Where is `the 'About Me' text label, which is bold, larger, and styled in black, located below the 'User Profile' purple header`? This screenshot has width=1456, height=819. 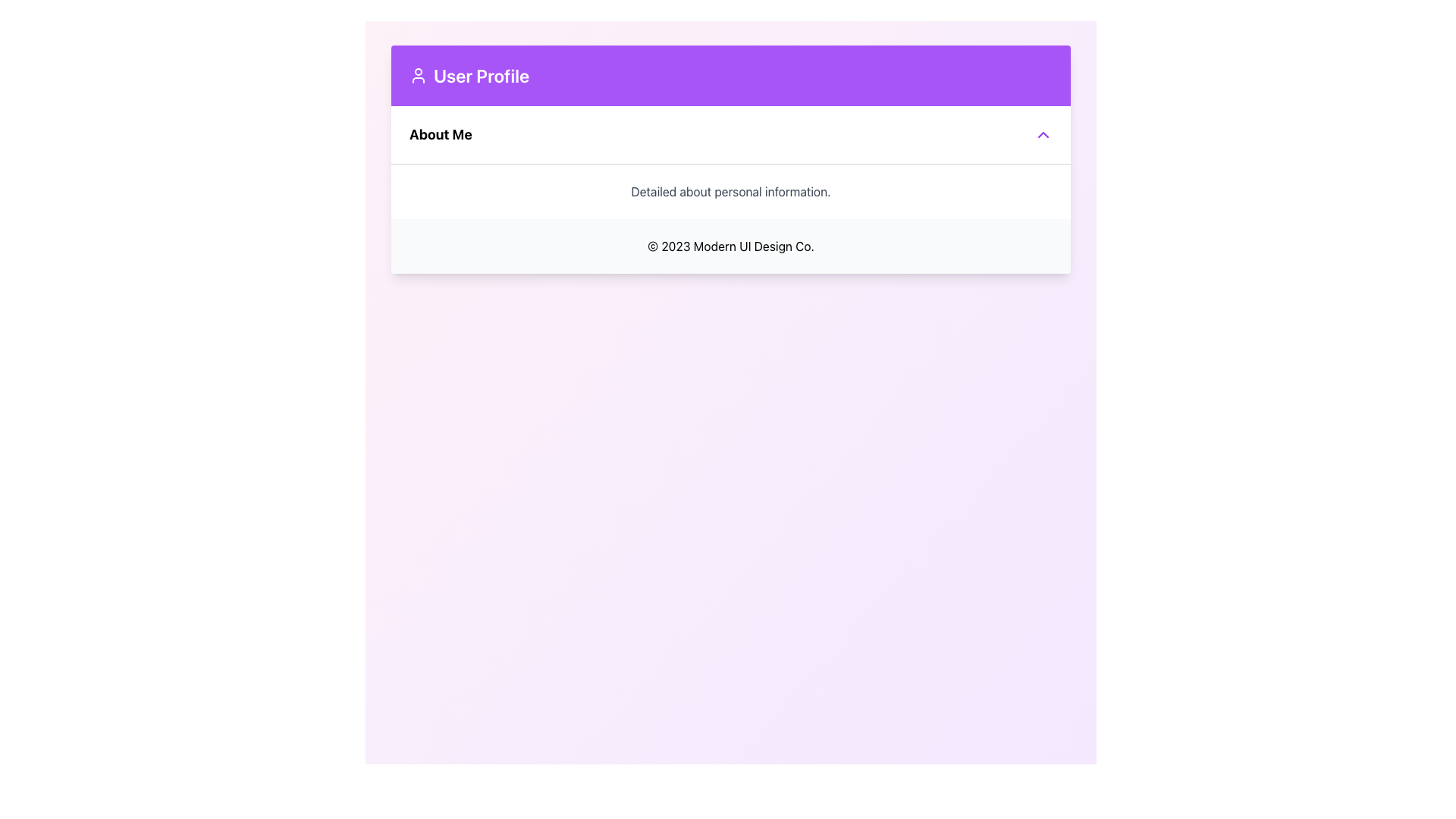 the 'About Me' text label, which is bold, larger, and styled in black, located below the 'User Profile' purple header is located at coordinates (440, 133).